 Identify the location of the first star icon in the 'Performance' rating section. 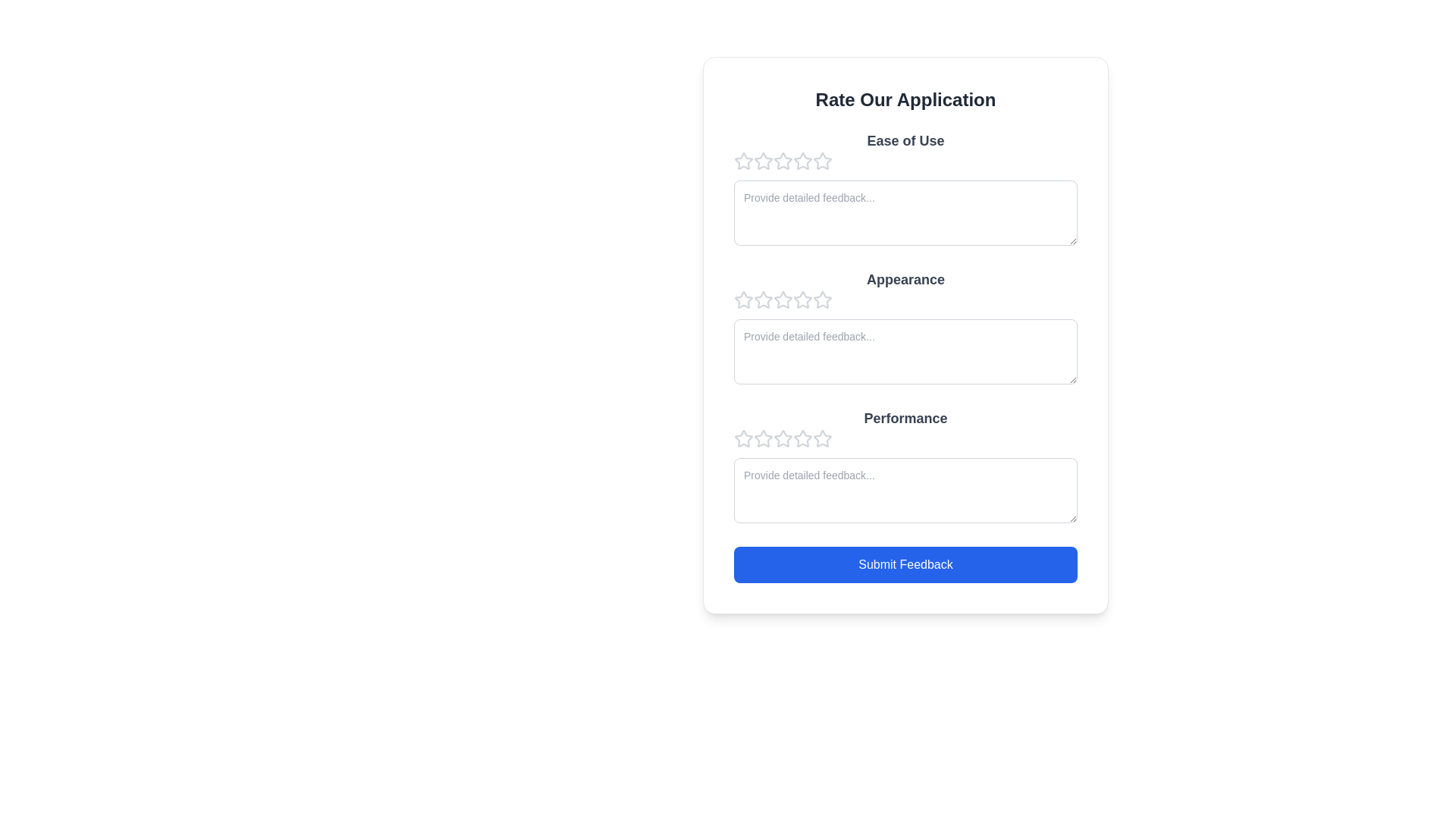
(743, 438).